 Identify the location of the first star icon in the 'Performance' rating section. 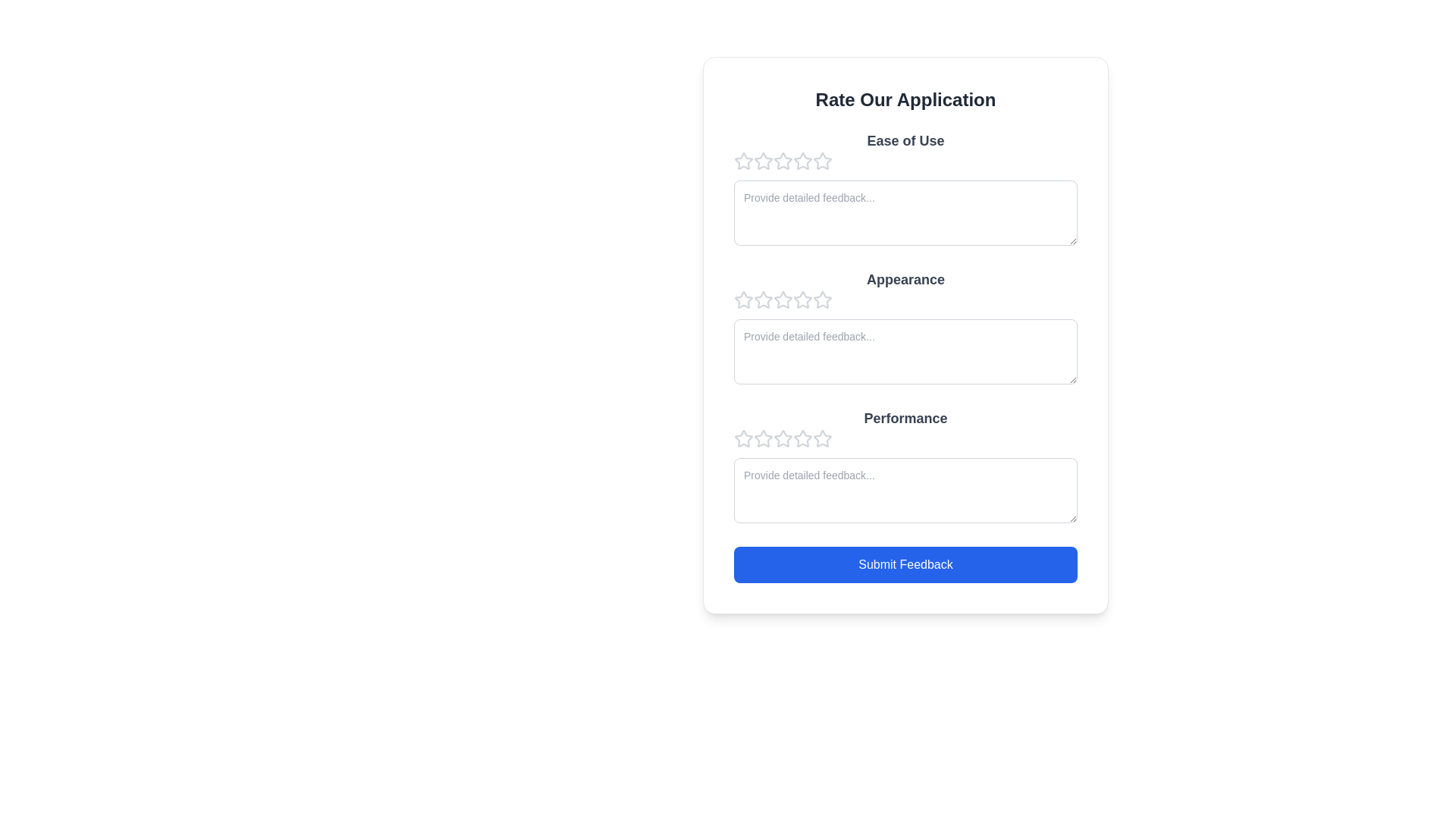
(743, 438).